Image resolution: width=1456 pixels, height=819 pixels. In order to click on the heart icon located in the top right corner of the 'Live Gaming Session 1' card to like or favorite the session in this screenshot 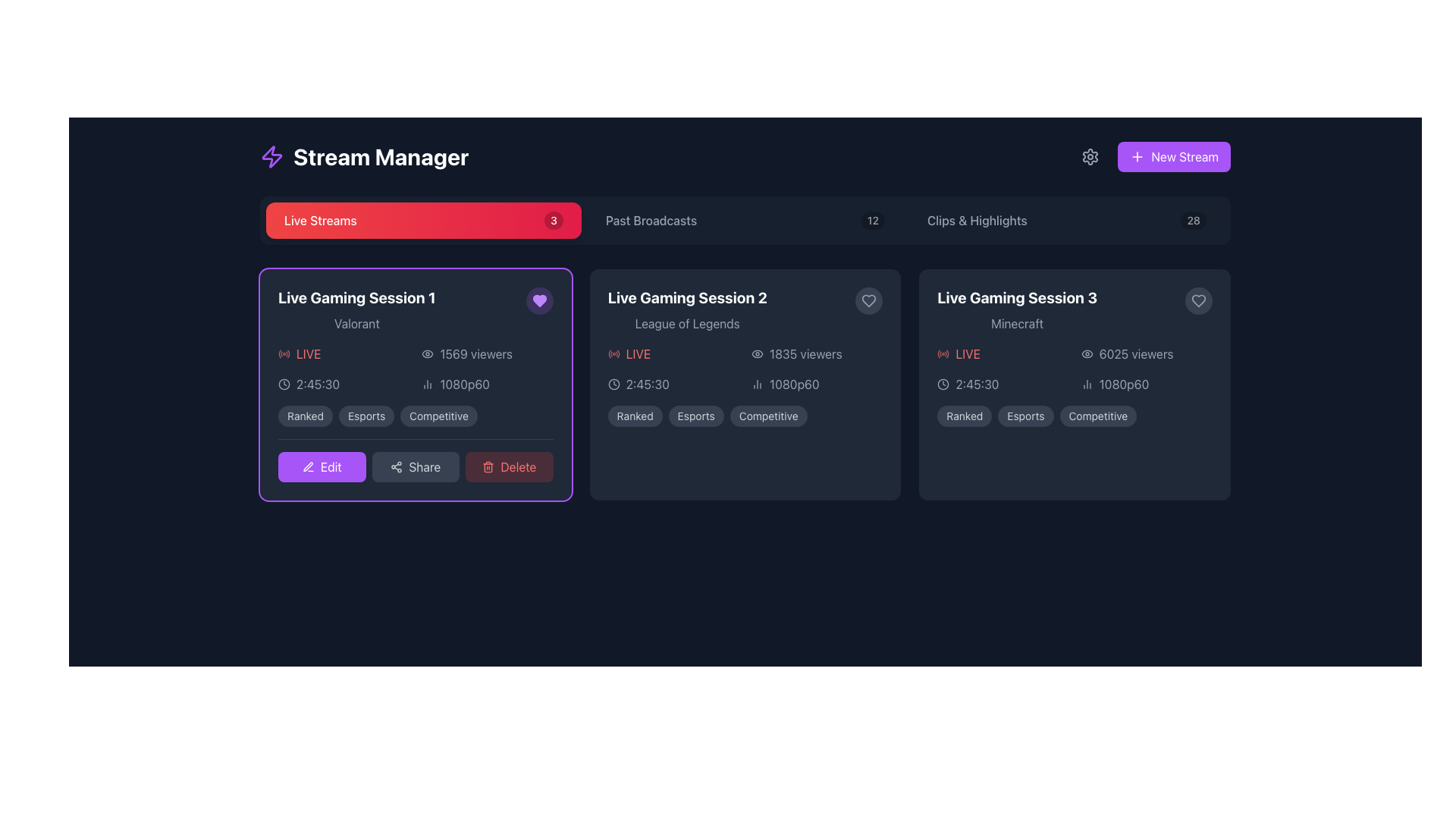, I will do `click(1197, 301)`.